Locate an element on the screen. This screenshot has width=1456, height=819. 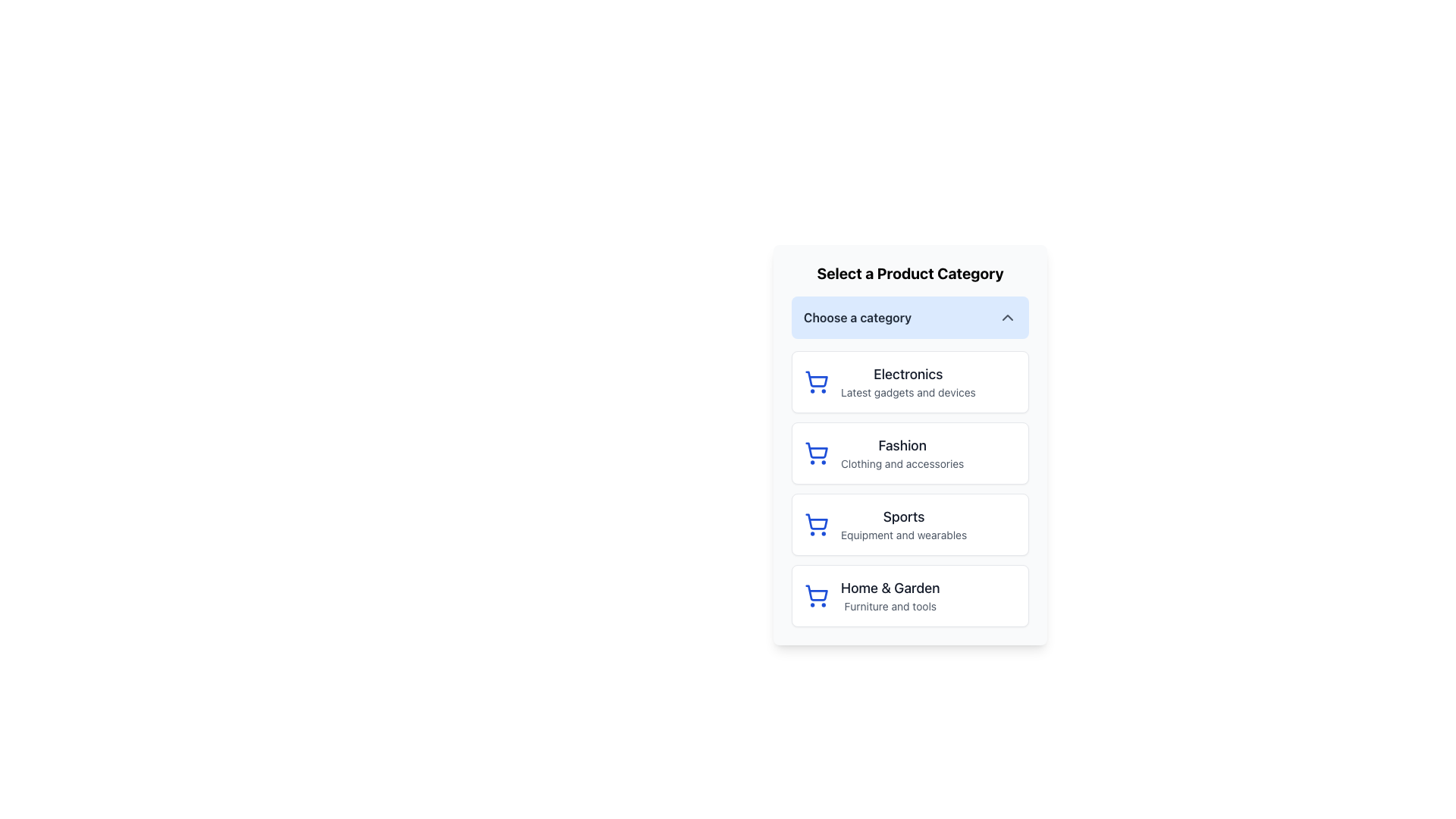
the fourth category option in the 'Select a Product Category' list is located at coordinates (910, 595).